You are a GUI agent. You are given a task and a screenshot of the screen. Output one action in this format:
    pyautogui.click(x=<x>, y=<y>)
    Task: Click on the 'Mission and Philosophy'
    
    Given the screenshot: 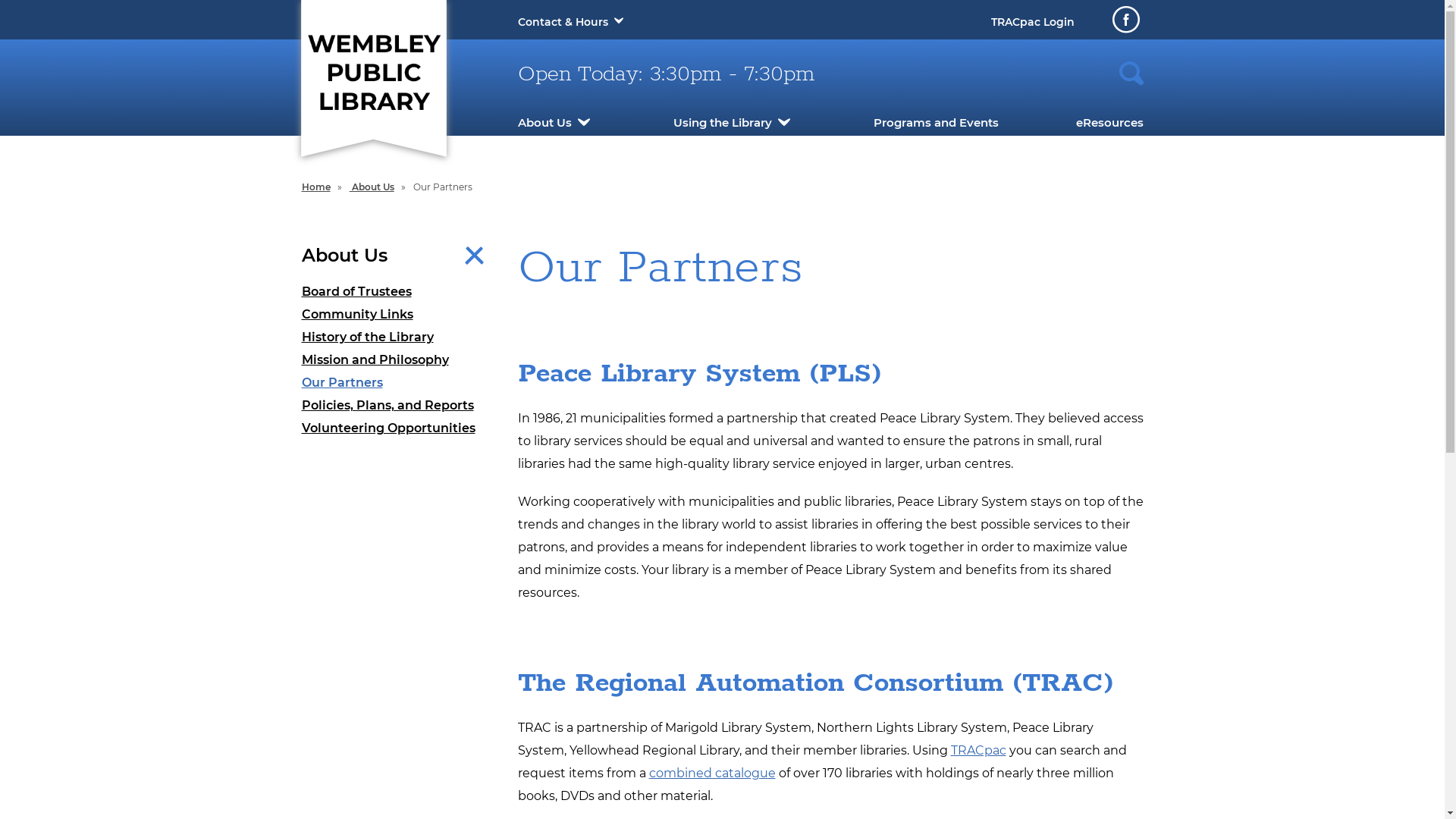 What is the action you would take?
    pyautogui.click(x=398, y=359)
    